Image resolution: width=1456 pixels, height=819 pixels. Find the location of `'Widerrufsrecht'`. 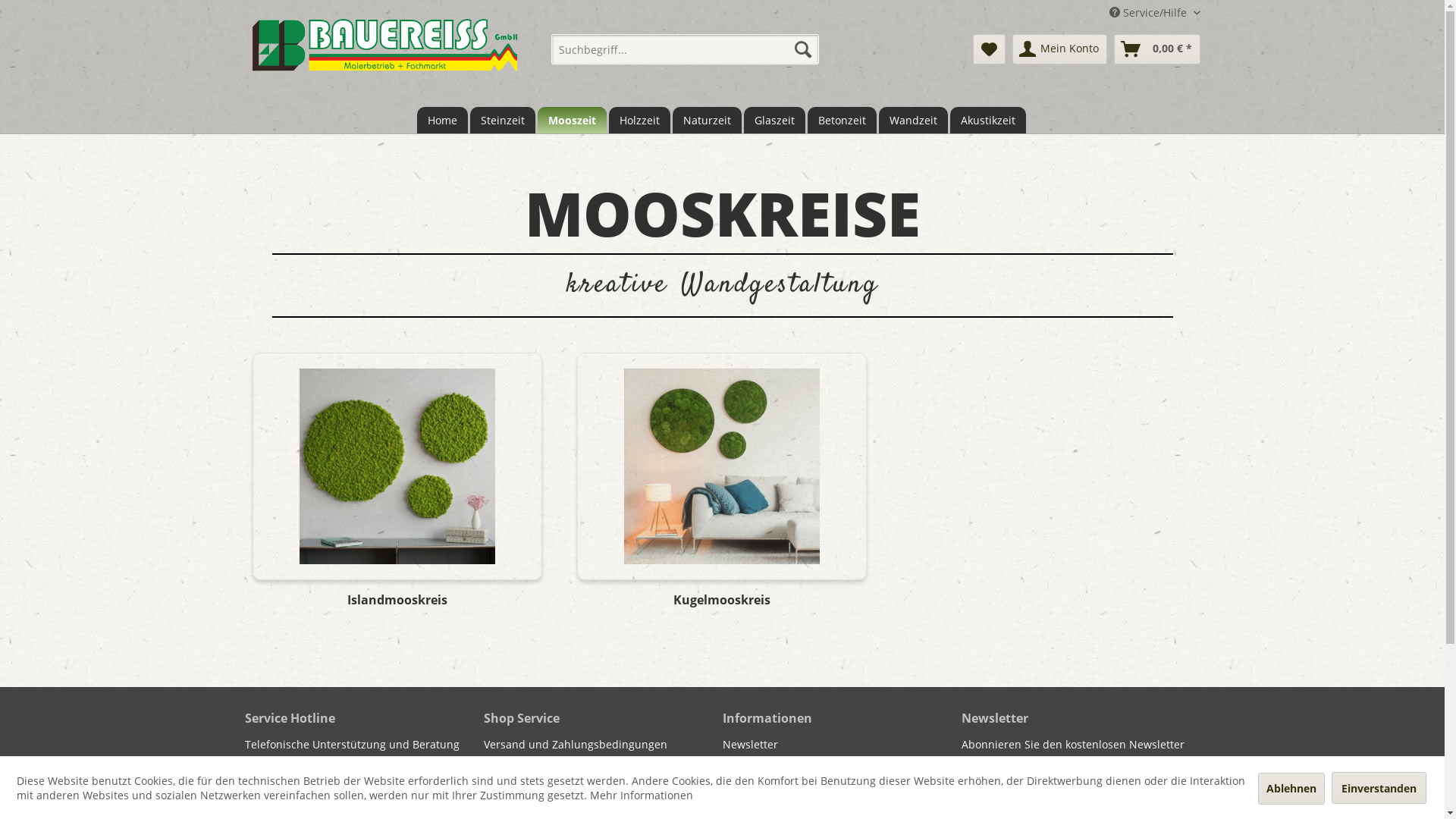

'Widerrufsrecht' is located at coordinates (483, 780).